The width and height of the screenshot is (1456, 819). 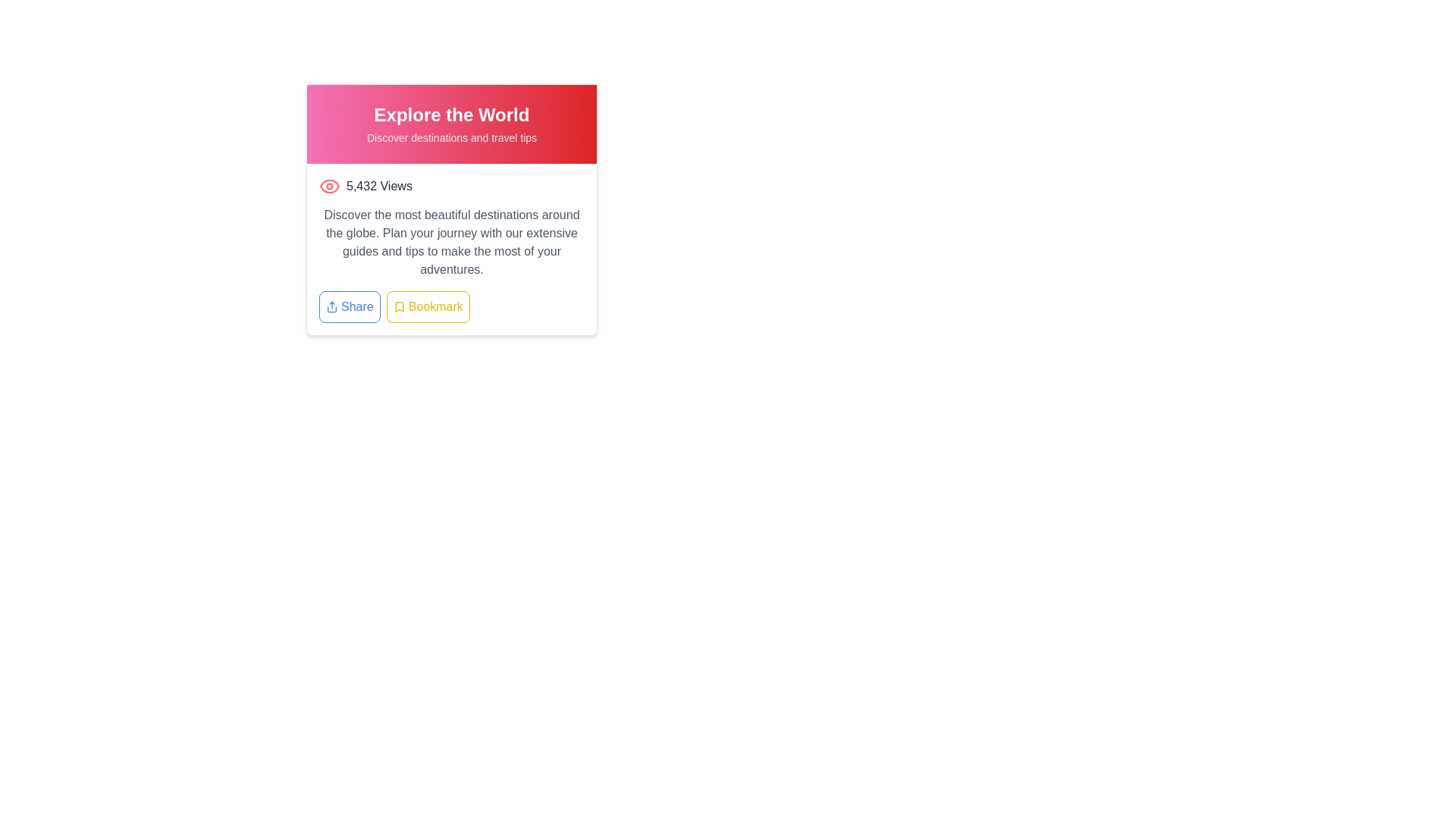 What do you see at coordinates (399, 307) in the screenshot?
I see `the minimalist bookmark-shaped icon located inside the 'Bookmark' button near the bottom-right of the interface, positioned to the left of the text 'Bookmark'` at bounding box center [399, 307].